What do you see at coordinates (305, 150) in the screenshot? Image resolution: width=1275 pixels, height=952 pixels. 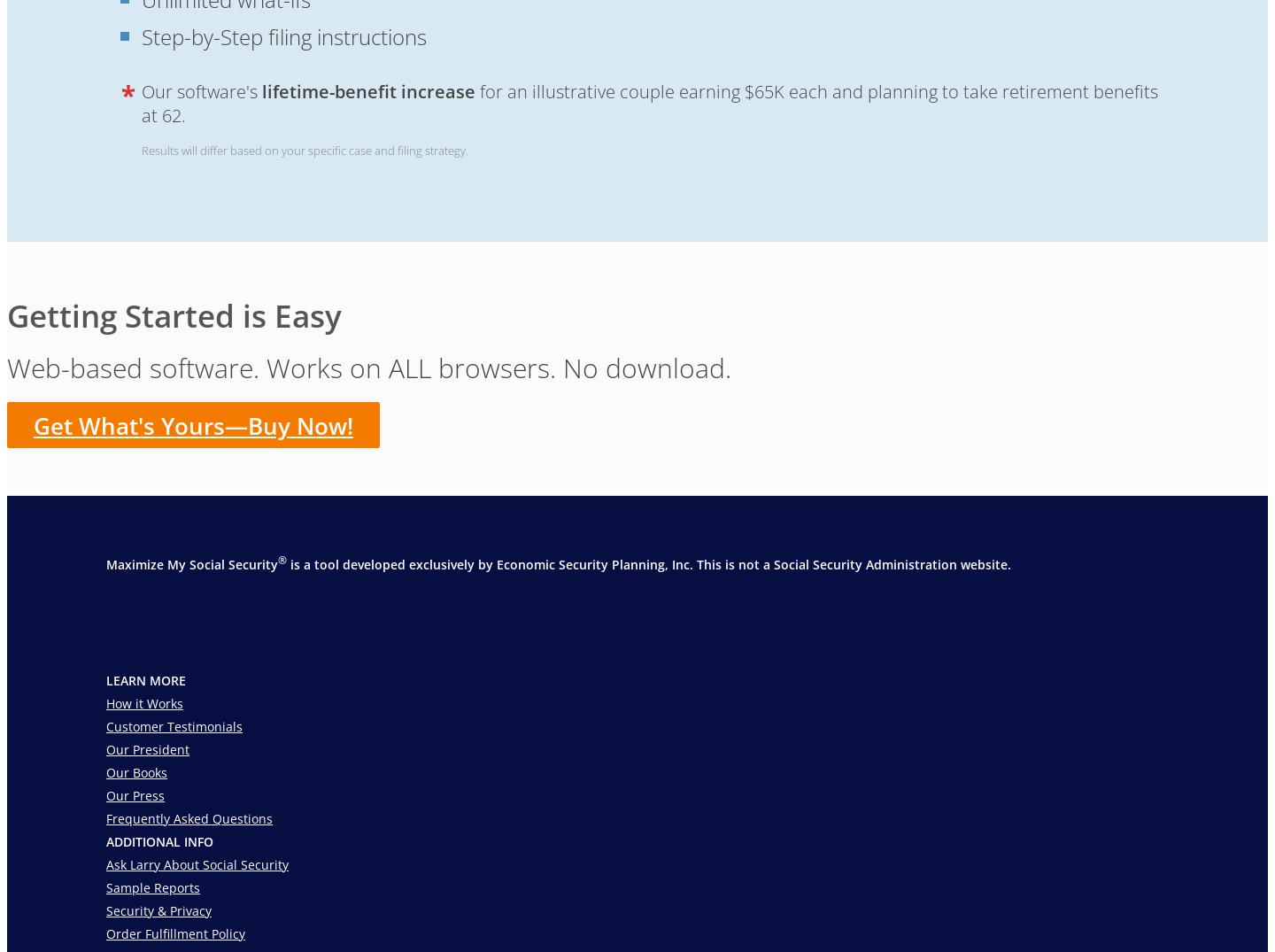 I see `'Results will differ based on your specific case and filing strategy.'` at bounding box center [305, 150].